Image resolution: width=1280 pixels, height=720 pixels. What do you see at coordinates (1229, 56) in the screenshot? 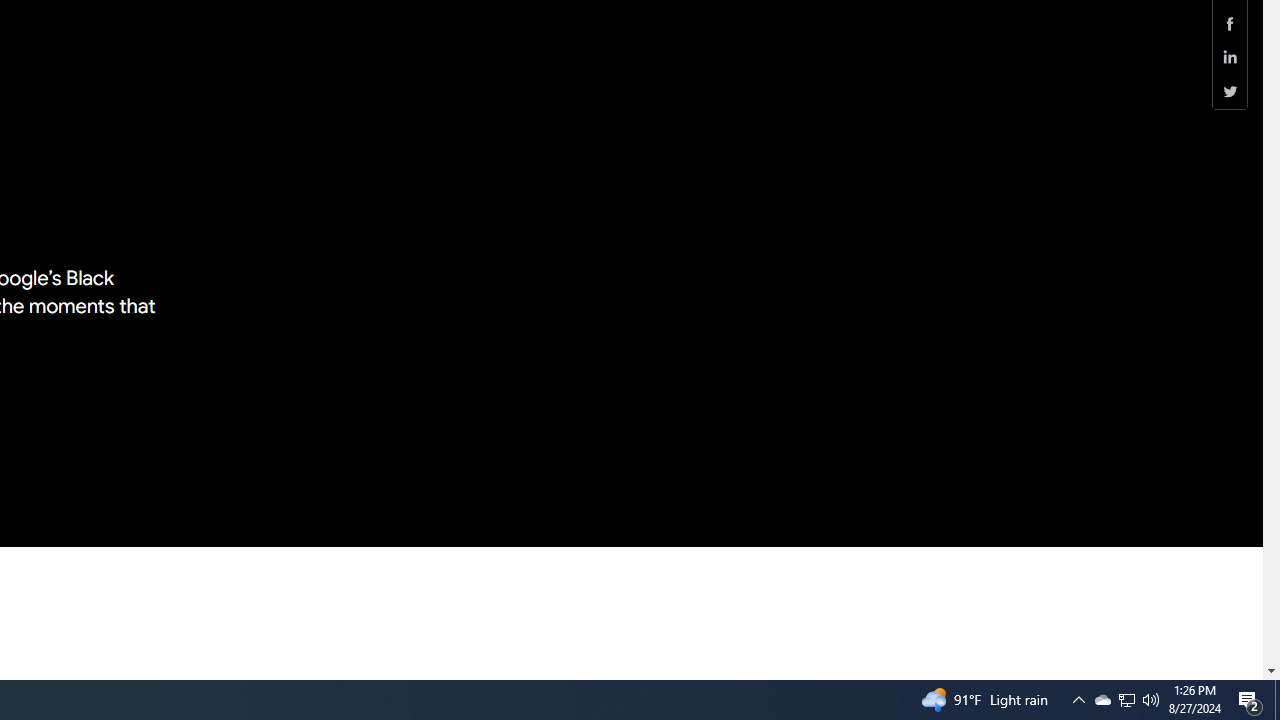
I see `'Share this page (LinkedIn)'` at bounding box center [1229, 56].